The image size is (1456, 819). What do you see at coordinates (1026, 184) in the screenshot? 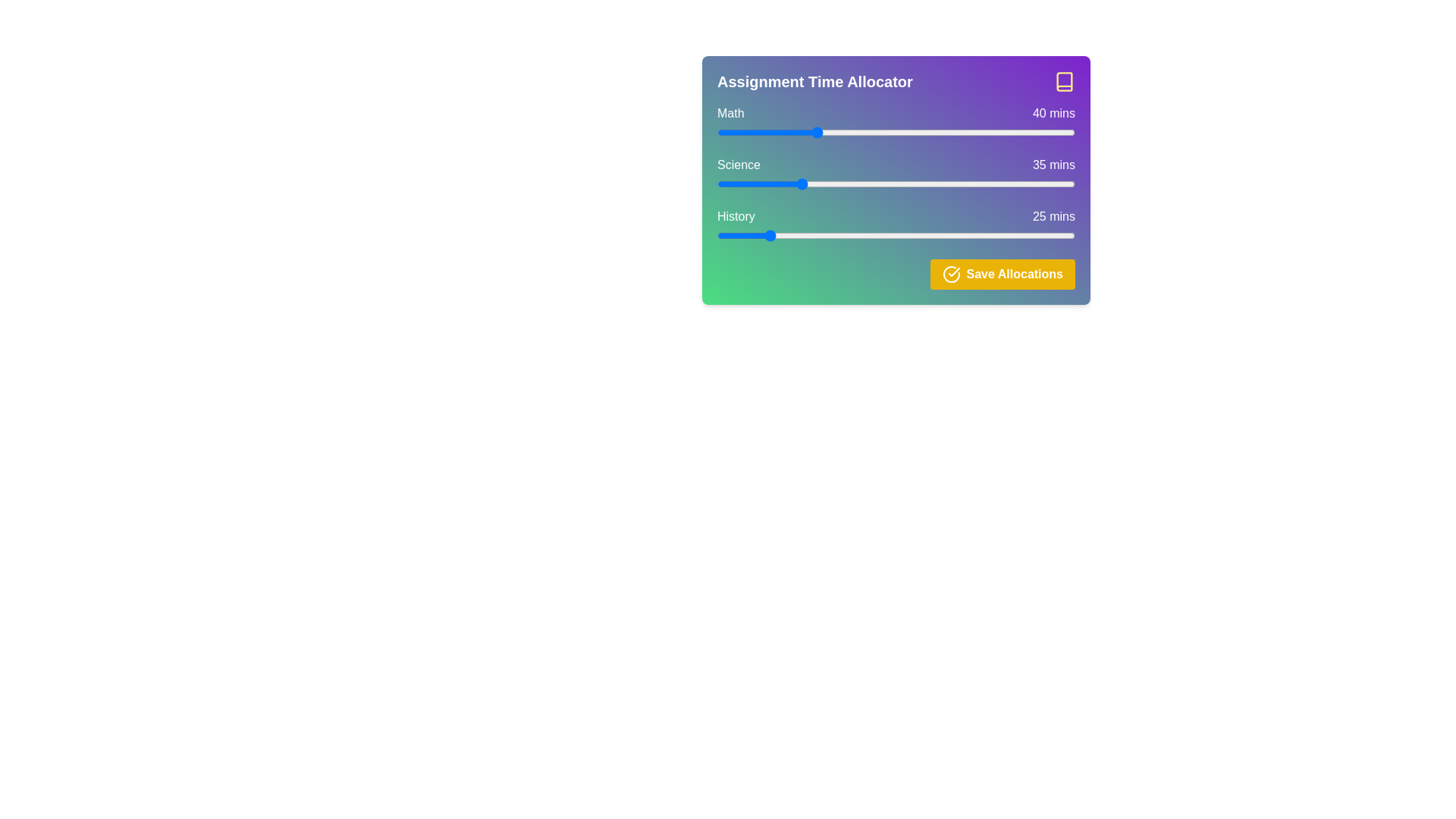
I see `allocation time` at bounding box center [1026, 184].